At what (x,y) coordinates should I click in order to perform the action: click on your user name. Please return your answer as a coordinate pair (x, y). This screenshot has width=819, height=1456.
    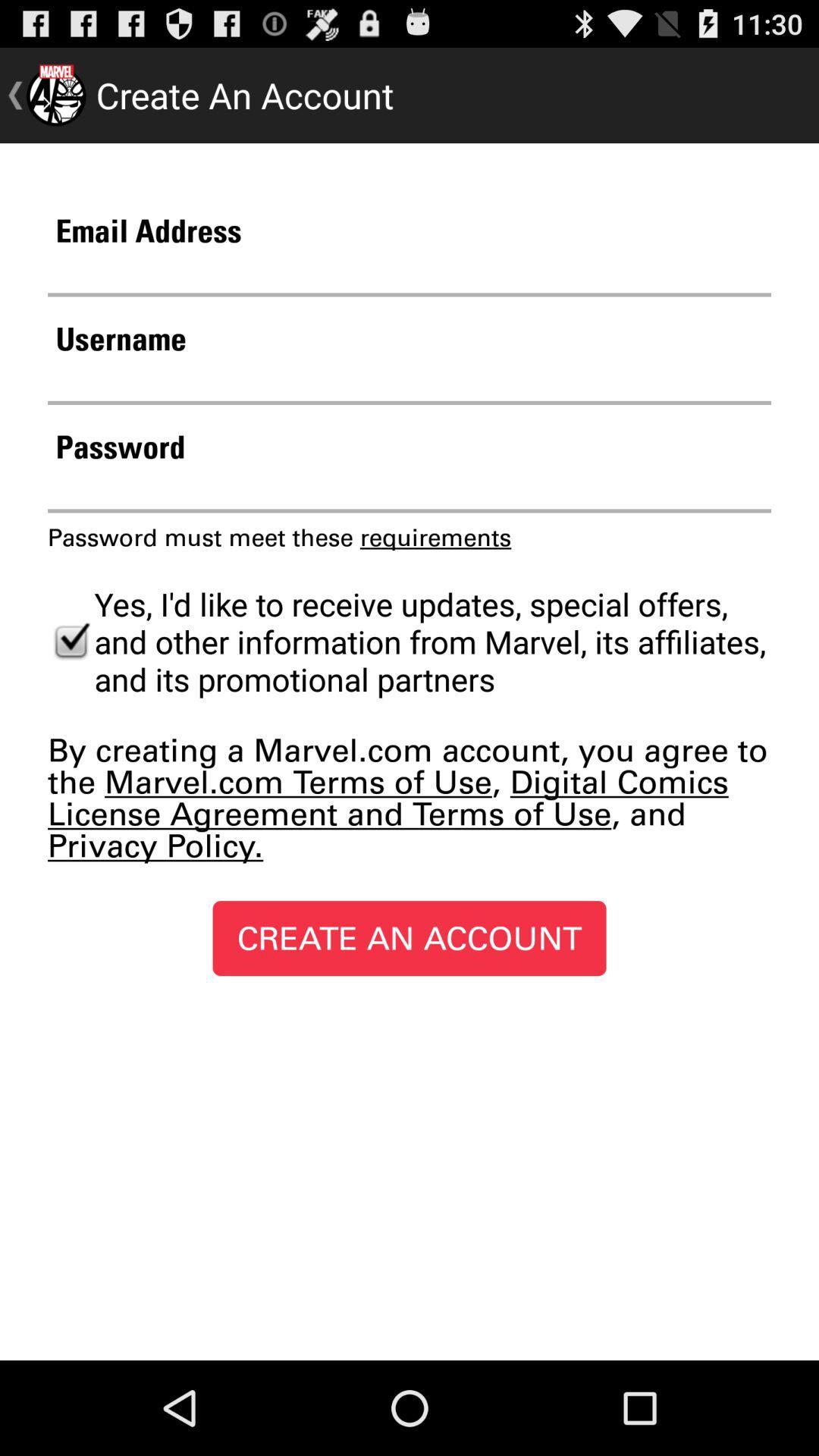
    Looking at the image, I should click on (409, 381).